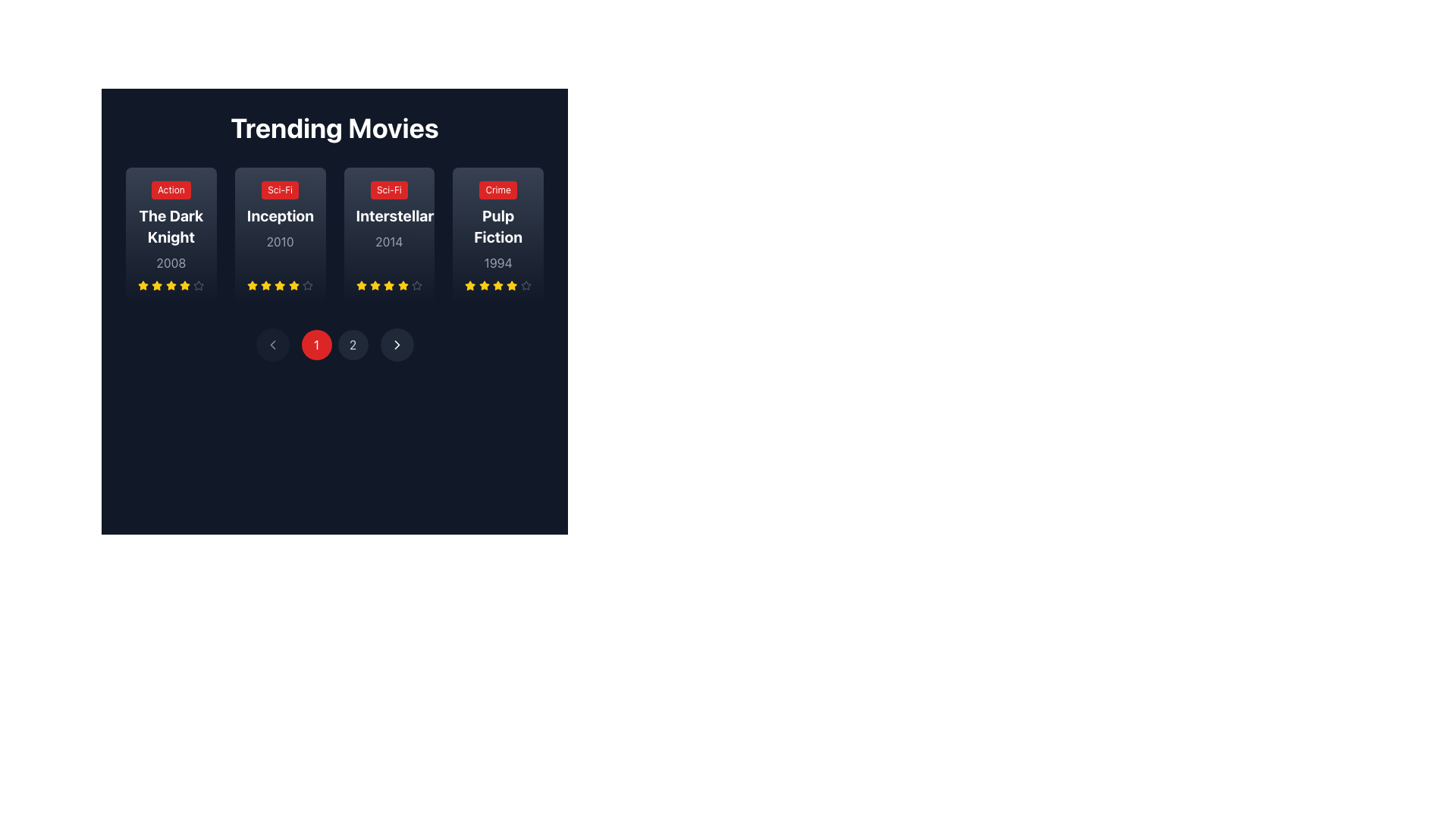 This screenshot has height=819, width=1456. What do you see at coordinates (469, 285) in the screenshot?
I see `the fifth yellow star icon representing the rating level for 'Pulp Fiction'` at bounding box center [469, 285].